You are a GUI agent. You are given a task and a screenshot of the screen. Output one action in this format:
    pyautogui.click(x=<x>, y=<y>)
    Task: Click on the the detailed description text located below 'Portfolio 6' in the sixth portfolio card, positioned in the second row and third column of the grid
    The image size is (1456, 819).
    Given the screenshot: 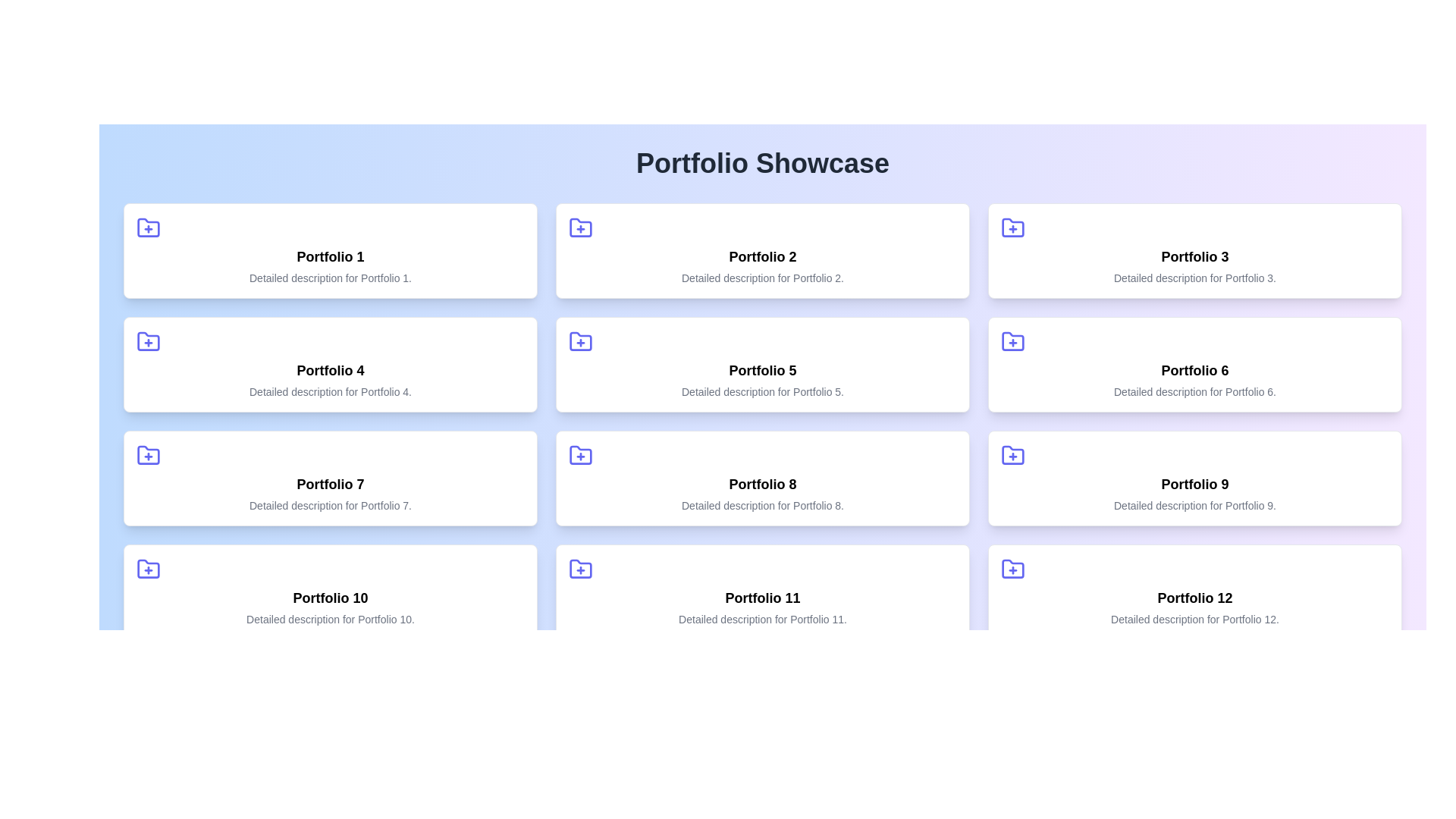 What is the action you would take?
    pyautogui.click(x=1194, y=391)
    